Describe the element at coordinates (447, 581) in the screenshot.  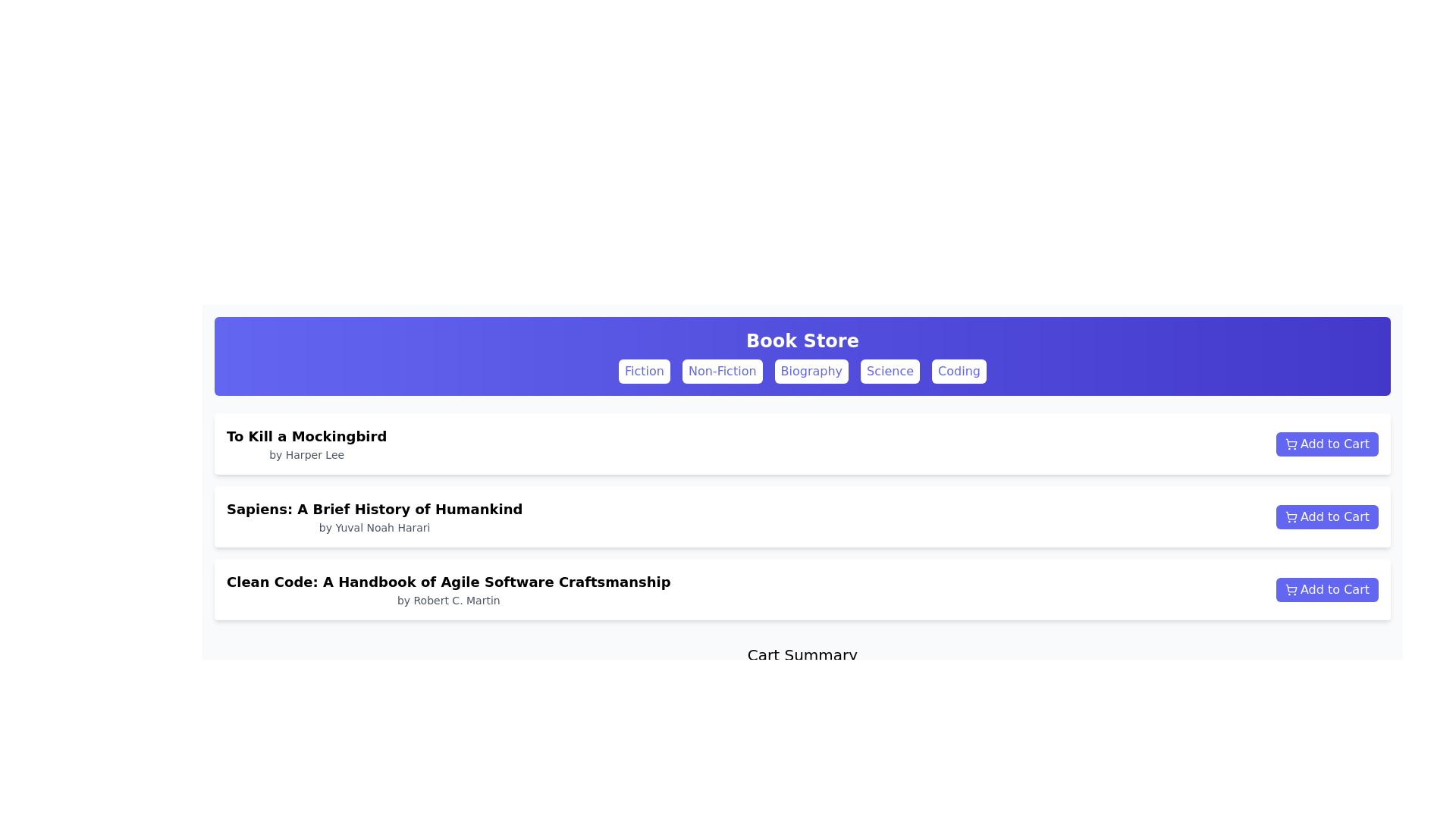
I see `the static text element displaying 'Clean Code: A Handbook of Agile Software Craftsmanship' which is prominently styled in black and located in the middle of the interface as the title of the third book entry` at that location.